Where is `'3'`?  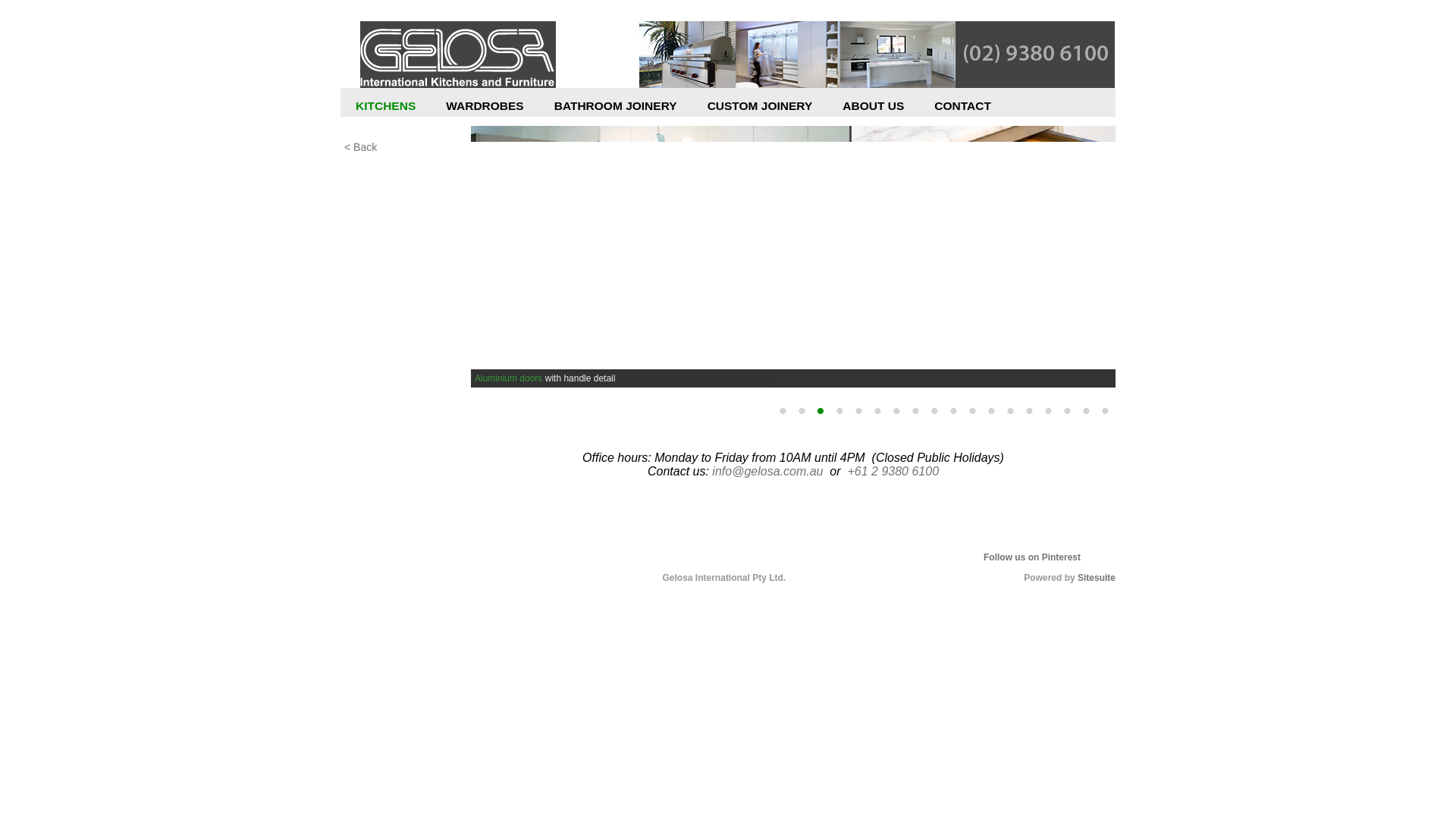
'3' is located at coordinates (819, 411).